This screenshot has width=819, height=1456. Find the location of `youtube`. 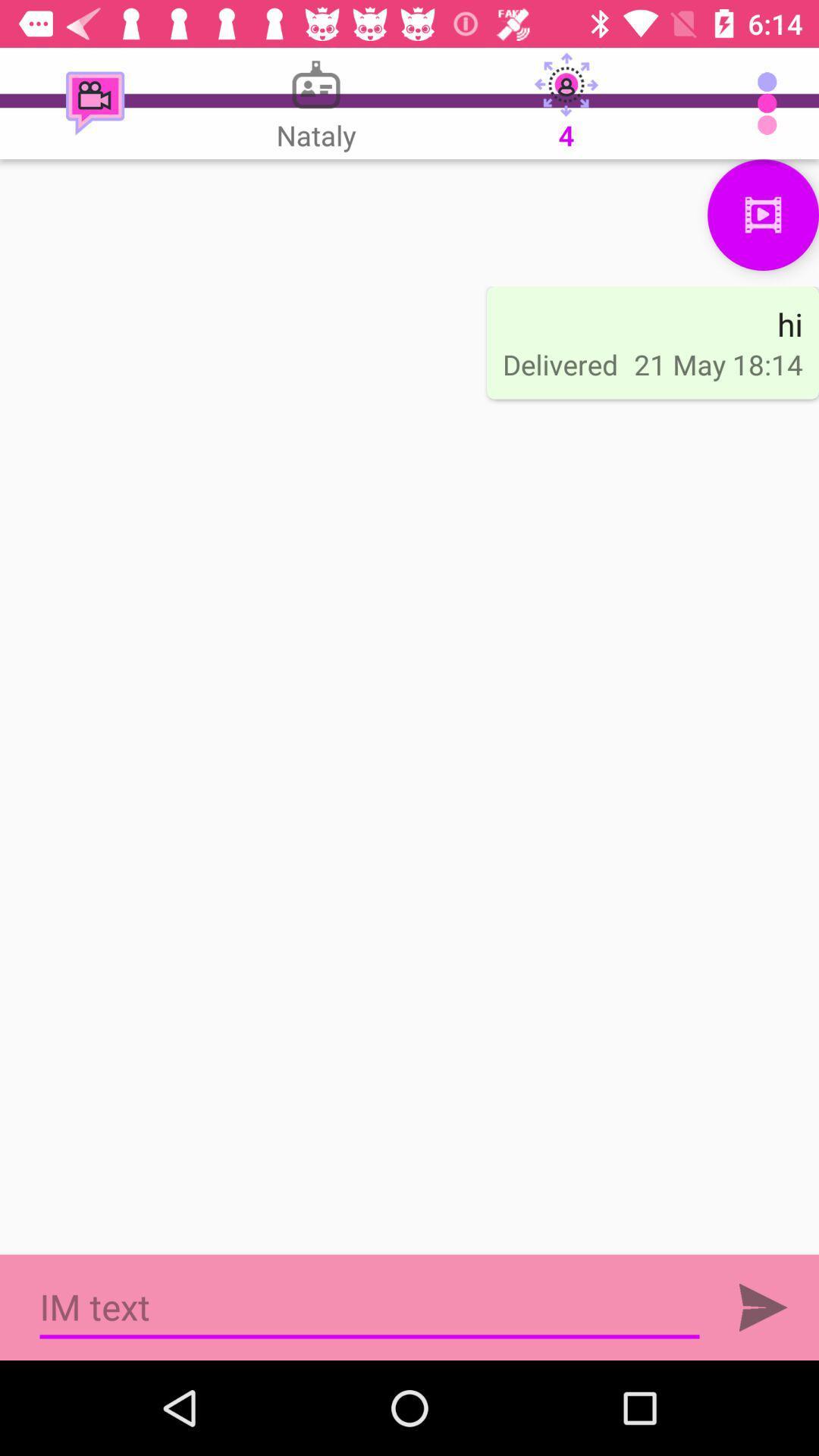

youtube is located at coordinates (763, 214).